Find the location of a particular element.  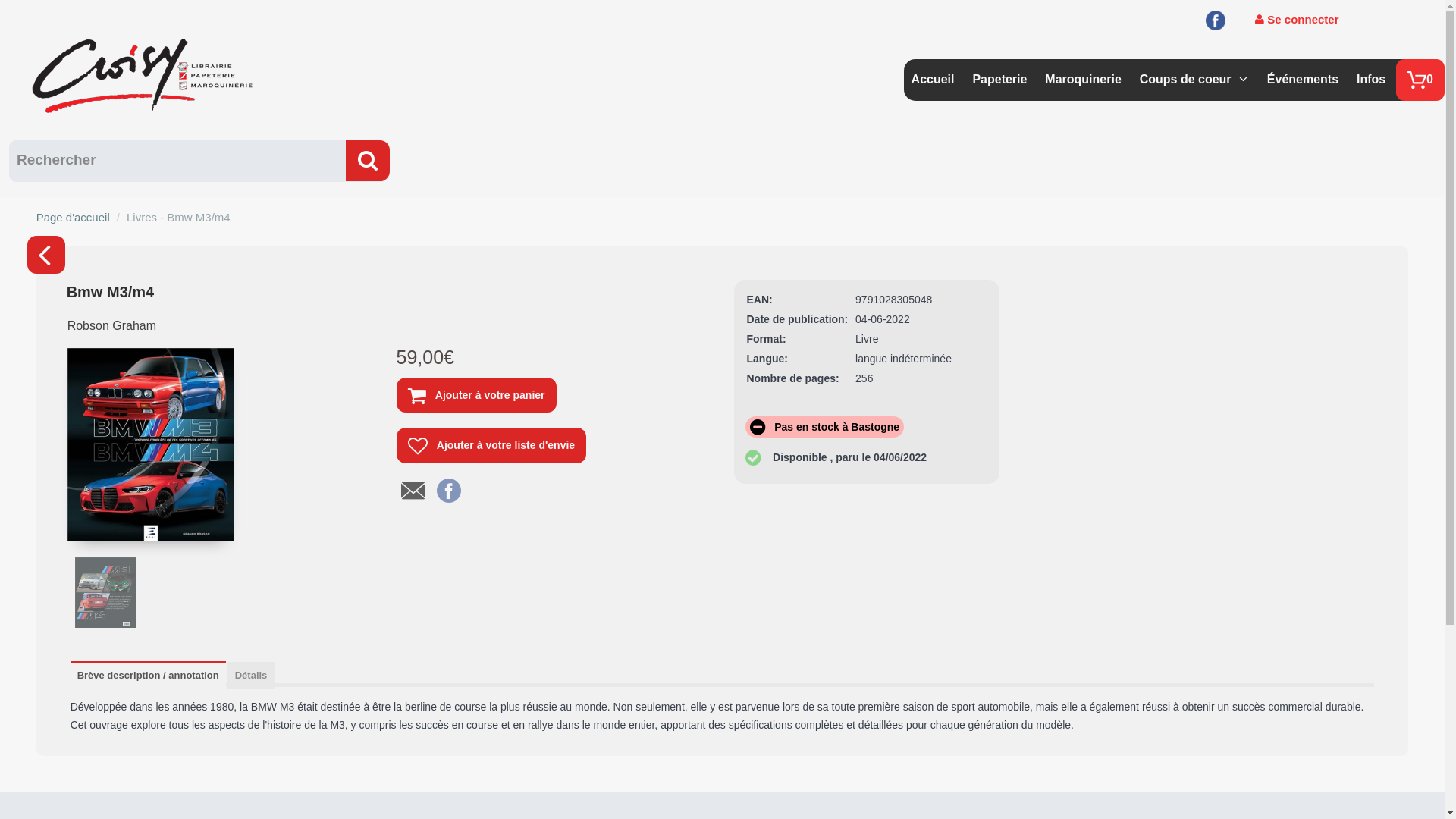

'Accueil' is located at coordinates (932, 74).